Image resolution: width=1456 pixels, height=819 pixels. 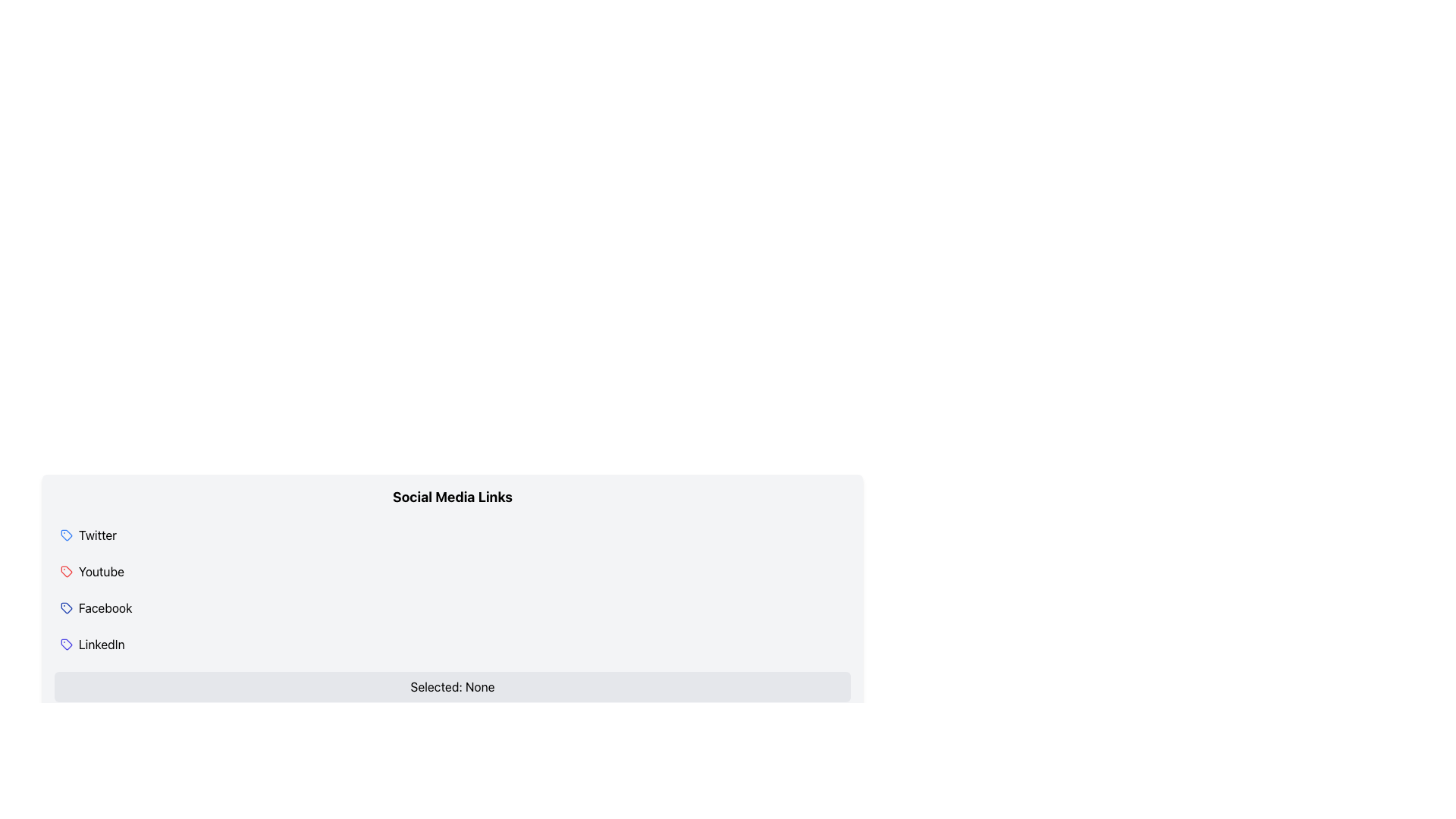 I want to click on the Youtube icon, which is located to the immediate left of the text 'Youtube' in the list of social media links, positioned second from the top, so click(x=65, y=571).